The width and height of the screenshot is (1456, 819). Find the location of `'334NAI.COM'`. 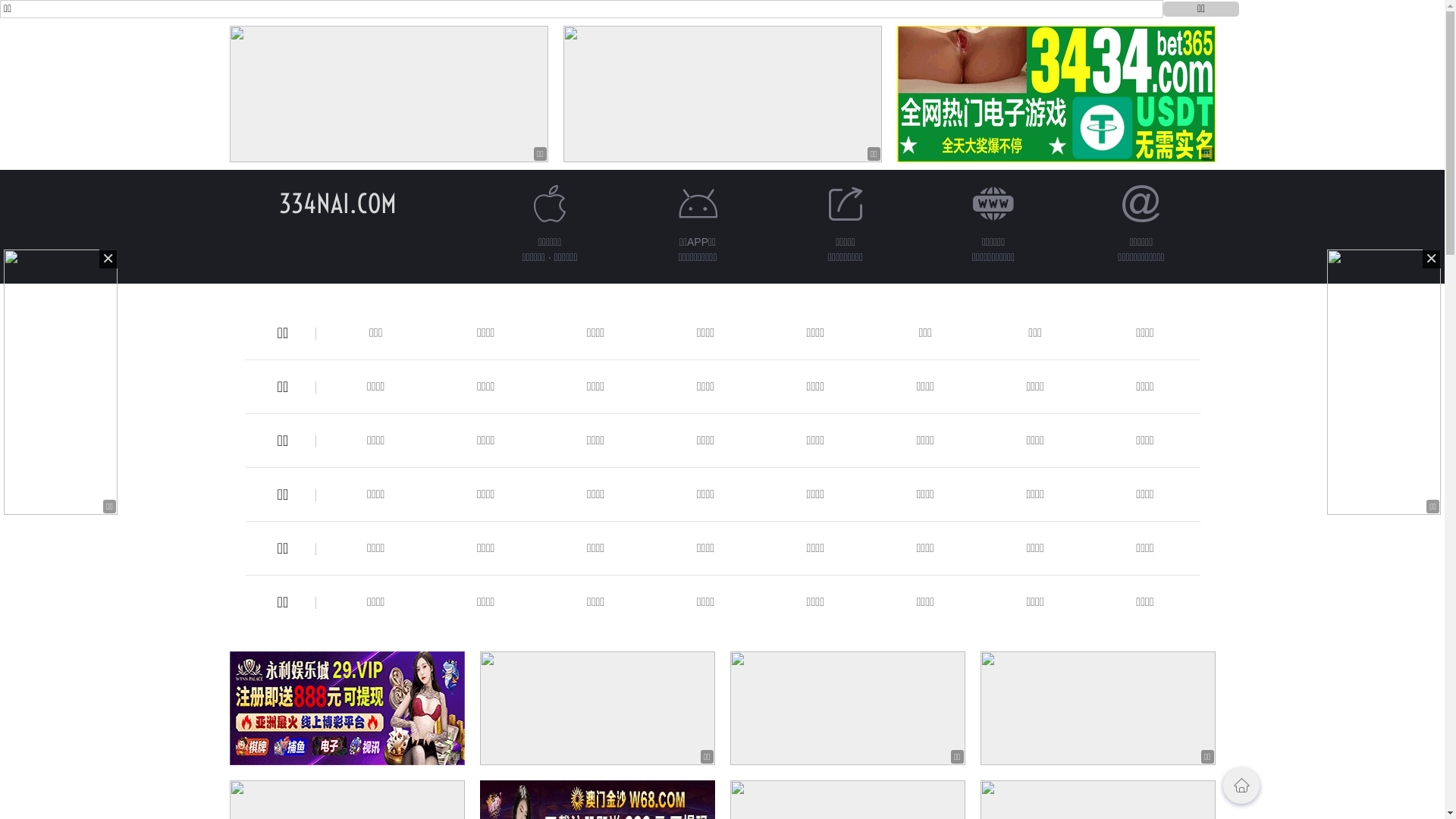

'334NAI.COM' is located at coordinates (337, 202).